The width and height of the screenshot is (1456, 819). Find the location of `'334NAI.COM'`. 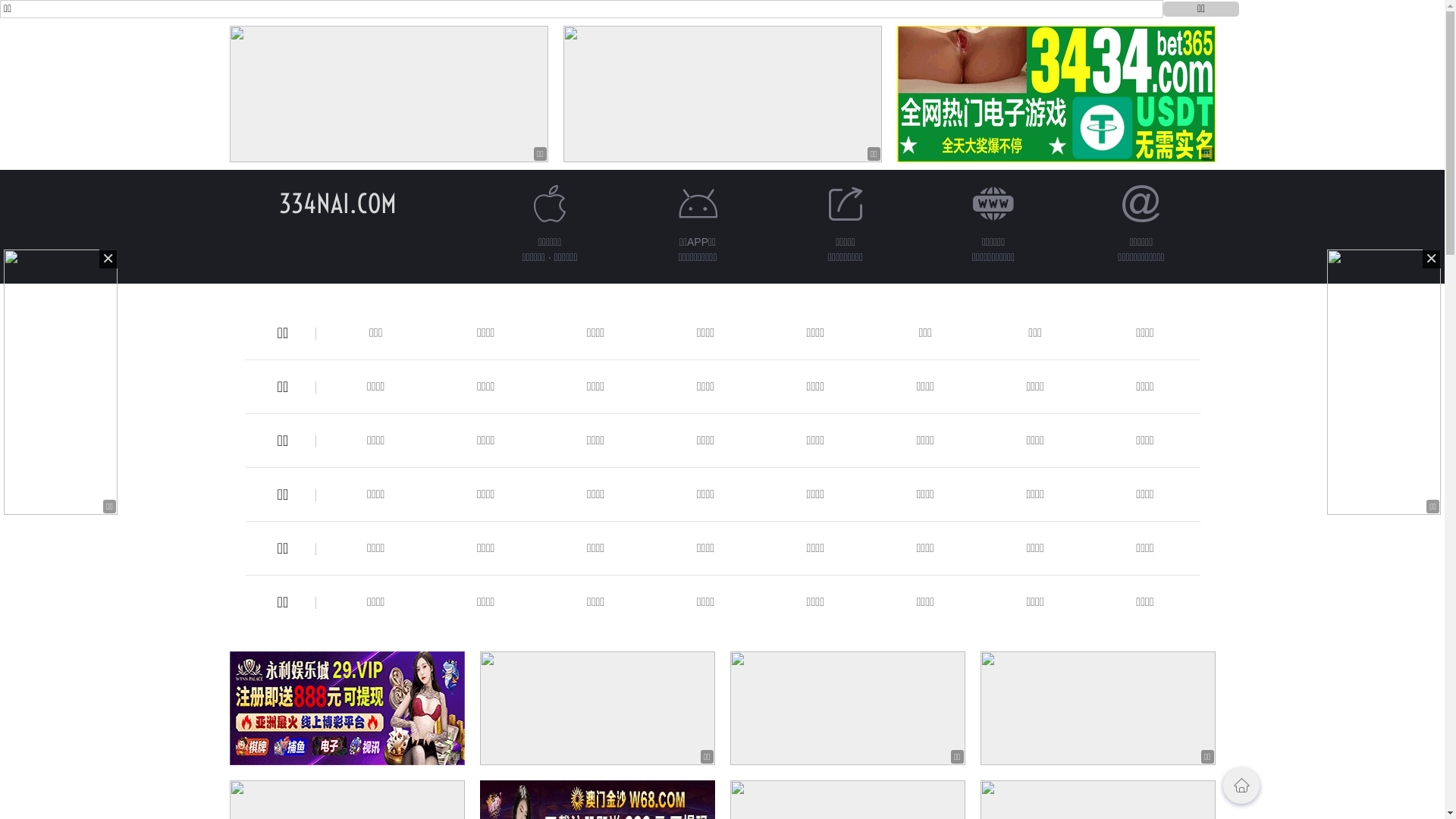

'334NAI.COM' is located at coordinates (337, 202).